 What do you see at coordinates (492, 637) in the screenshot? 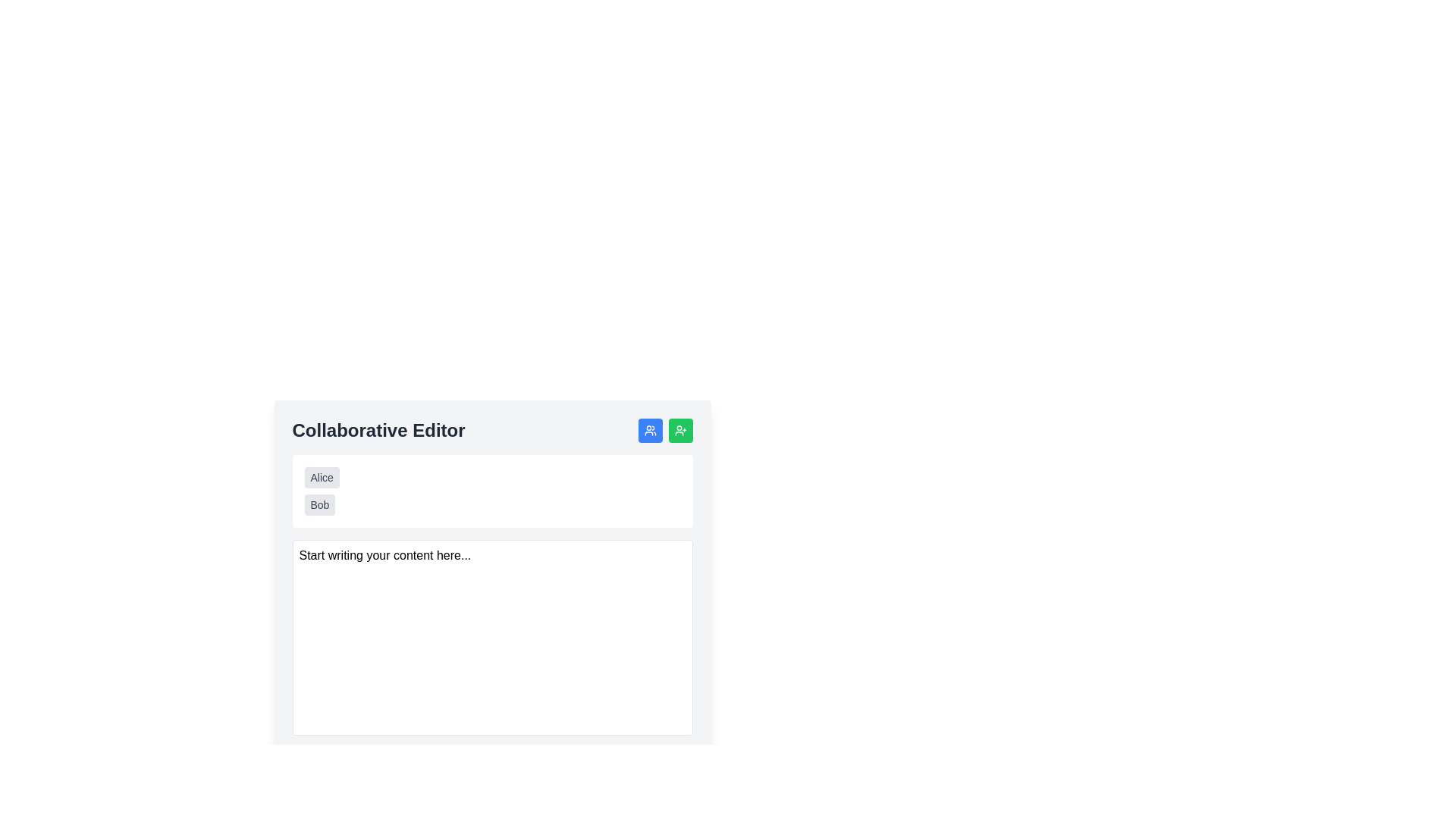
I see `text within the textarea styled as a large white box with rounded corners, located in the 'Collaborative Editor' panel, just below the labels 'Alice' and 'Bob'` at bounding box center [492, 637].